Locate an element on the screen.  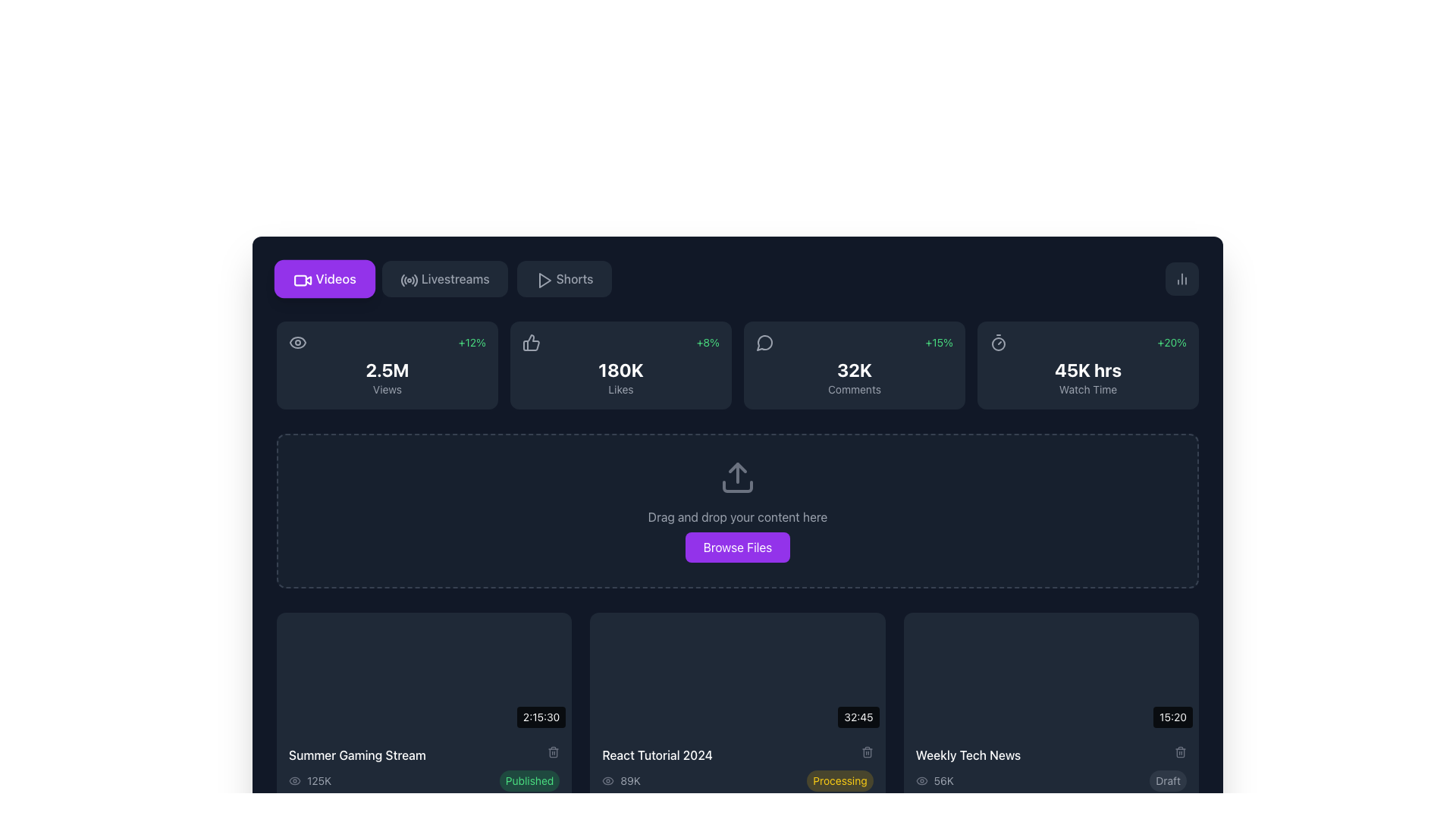
the upload icon graphic element positioned at the bottom of the SVG icon, which indicates users can upload files is located at coordinates (738, 486).